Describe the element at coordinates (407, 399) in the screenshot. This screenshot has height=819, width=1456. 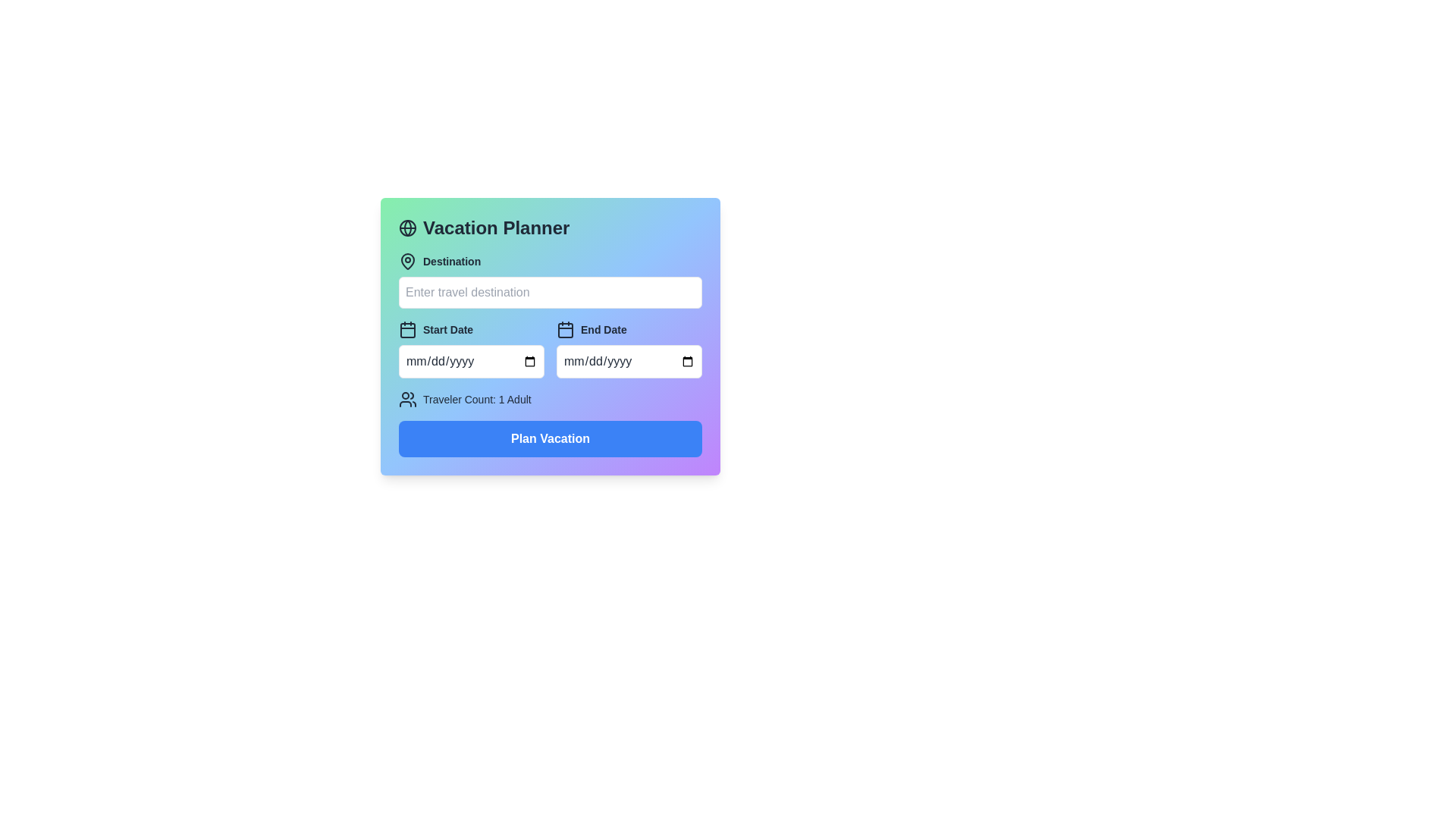
I see `the icon that represents the 'Traveler Count' section, which is located to the left of the text 'Traveler Count: 1 Adult' in the UI card` at that location.